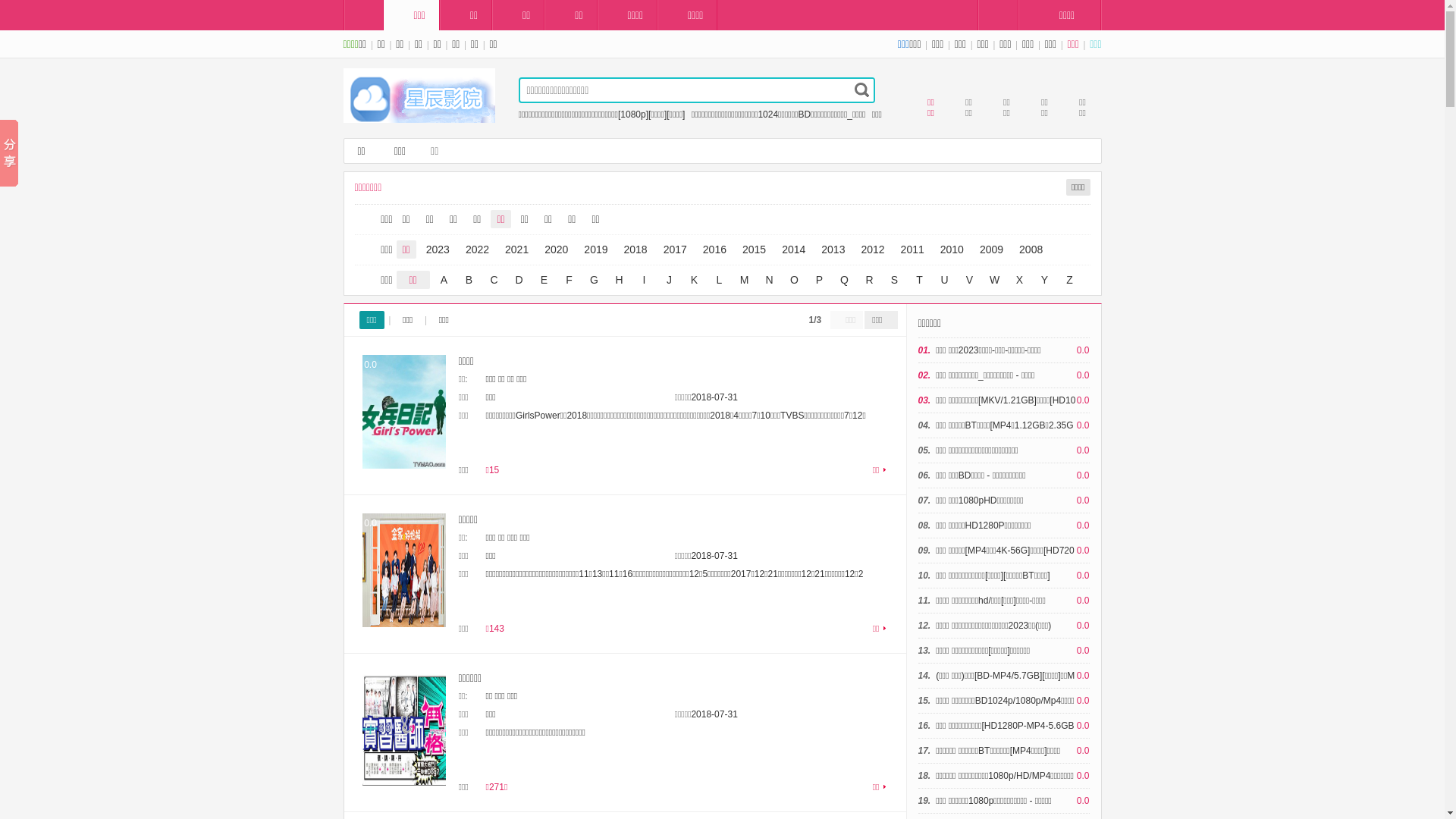  What do you see at coordinates (607, 280) in the screenshot?
I see `'H'` at bounding box center [607, 280].